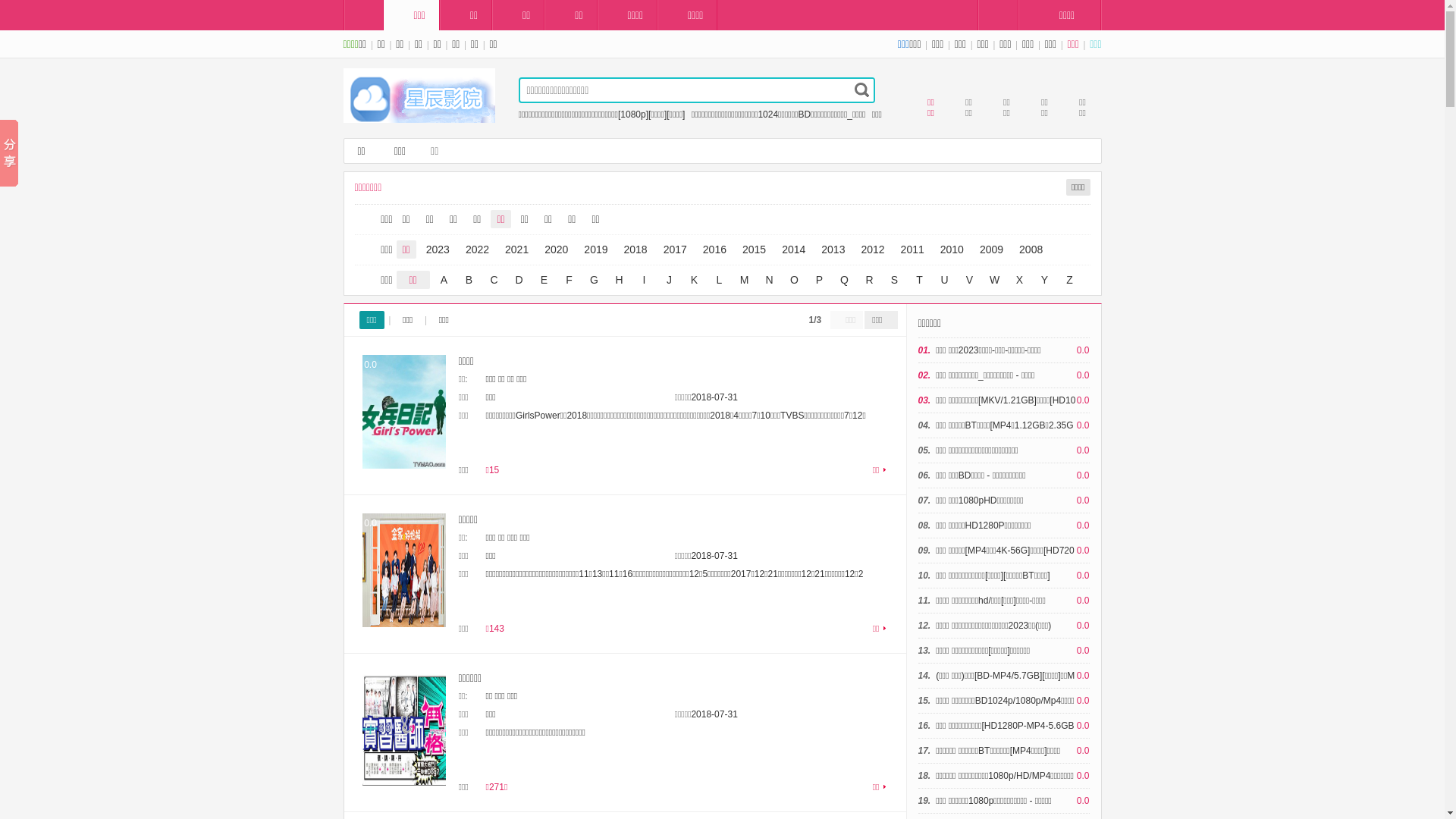  What do you see at coordinates (607, 280) in the screenshot?
I see `'H'` at bounding box center [607, 280].